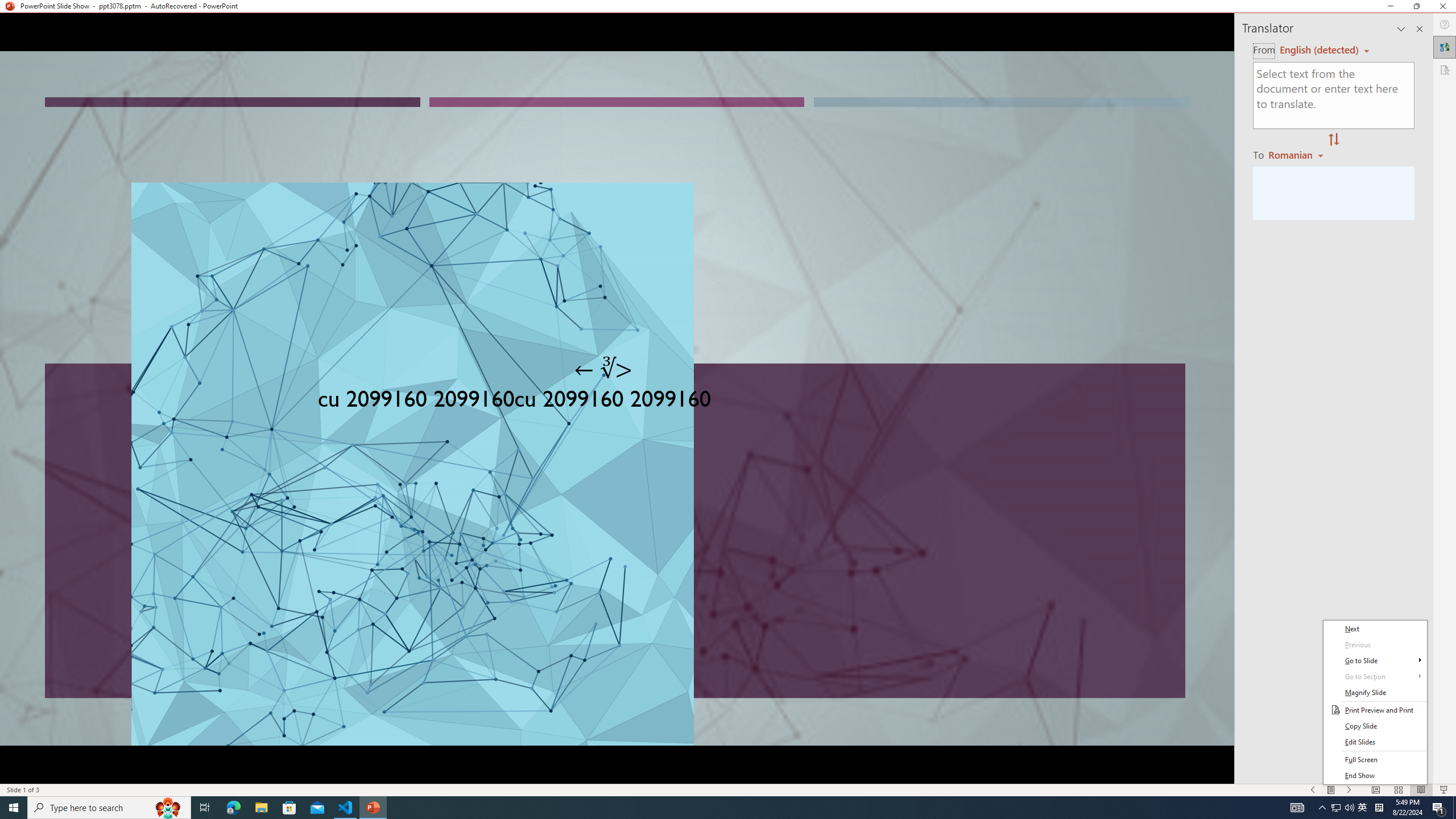  What do you see at coordinates (1375, 628) in the screenshot?
I see `'Next'` at bounding box center [1375, 628].